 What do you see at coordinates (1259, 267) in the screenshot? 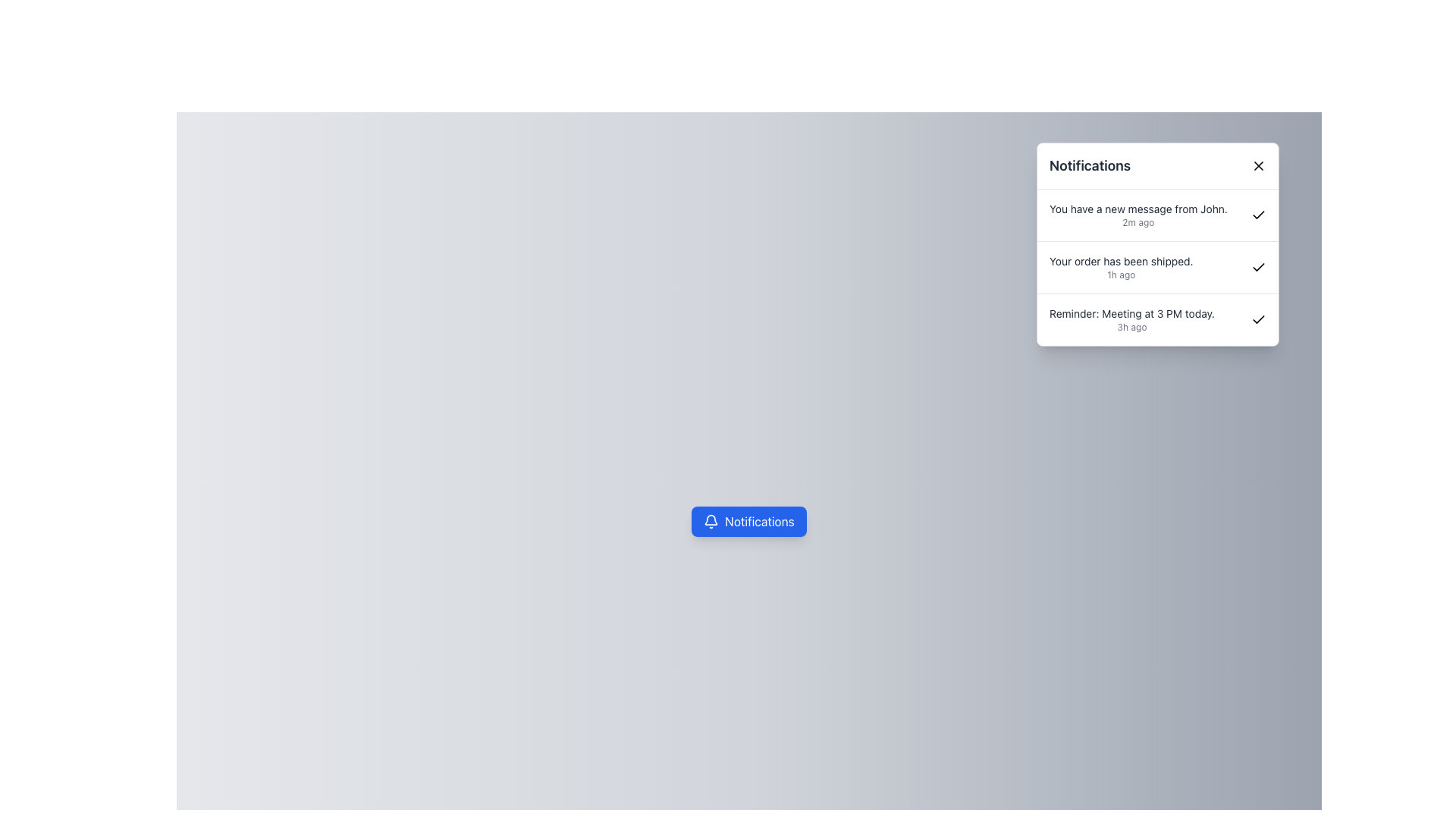
I see `the Checkbox or Checkmark Icon within the notification card that confirms the order has been shipped` at bounding box center [1259, 267].